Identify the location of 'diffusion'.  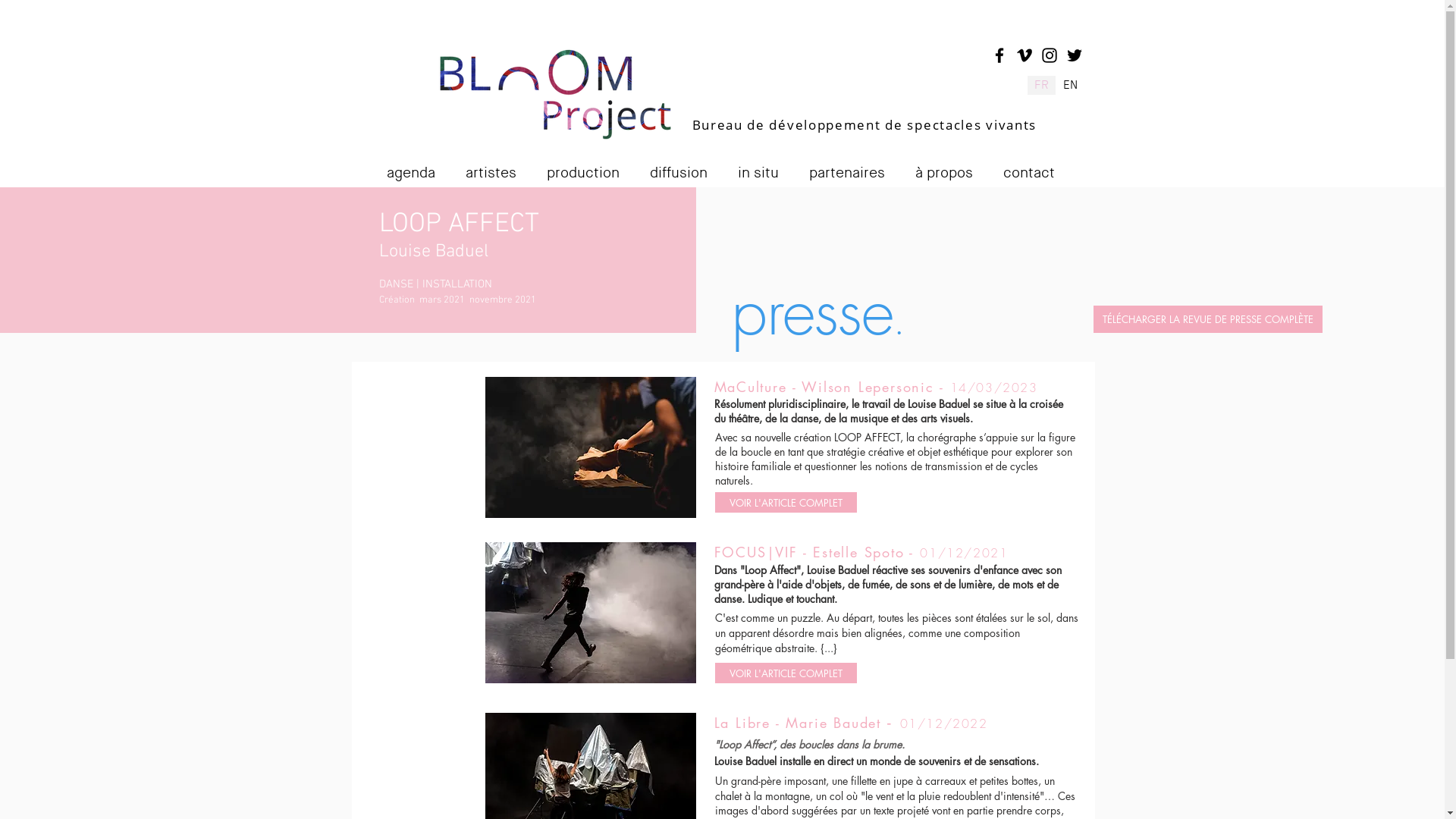
(686, 166).